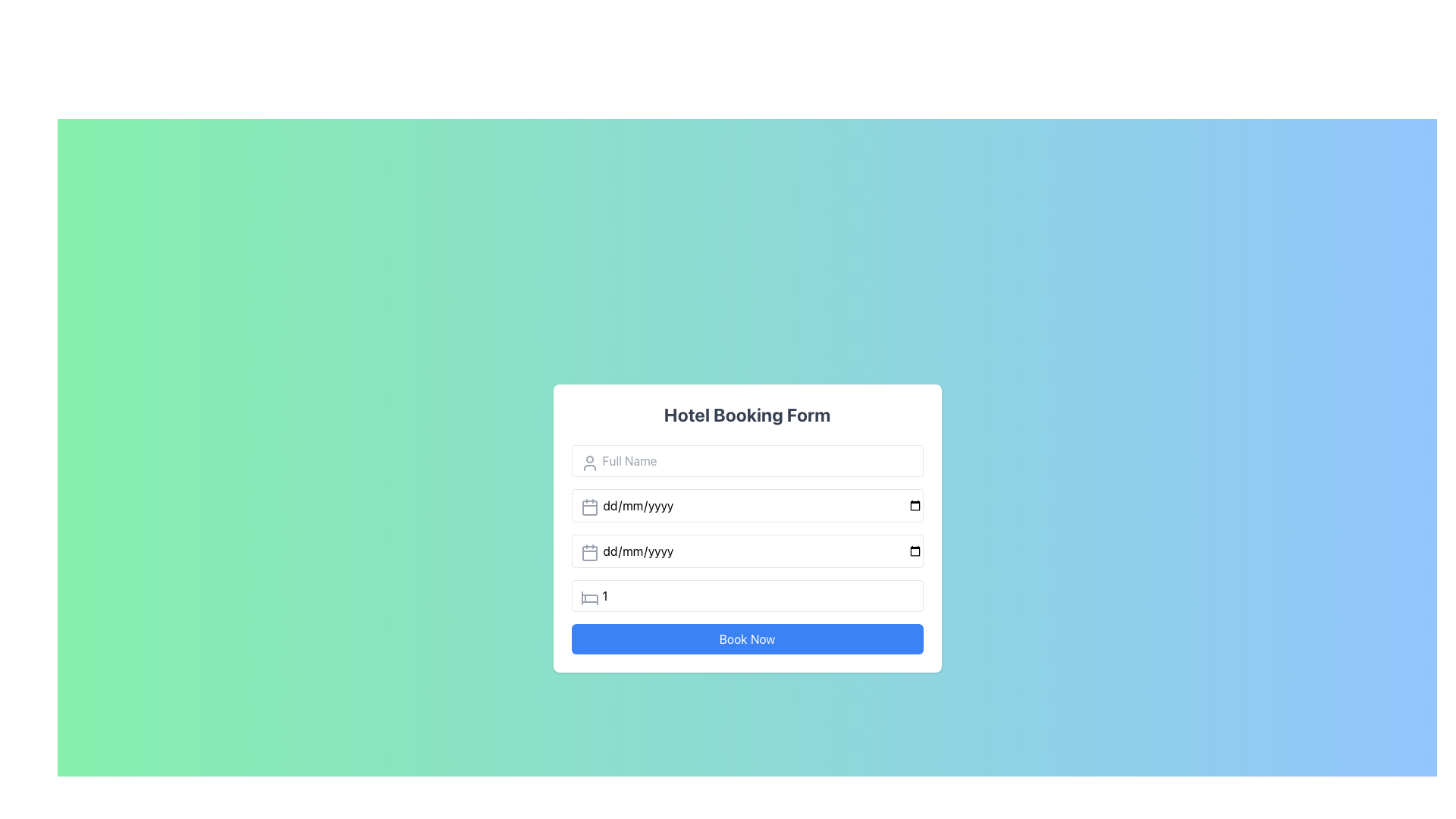  I want to click on the user silhouette icon located at the top-left corner of the 'Full Name' text input field in the 'Hotel Booking Form', so click(588, 462).